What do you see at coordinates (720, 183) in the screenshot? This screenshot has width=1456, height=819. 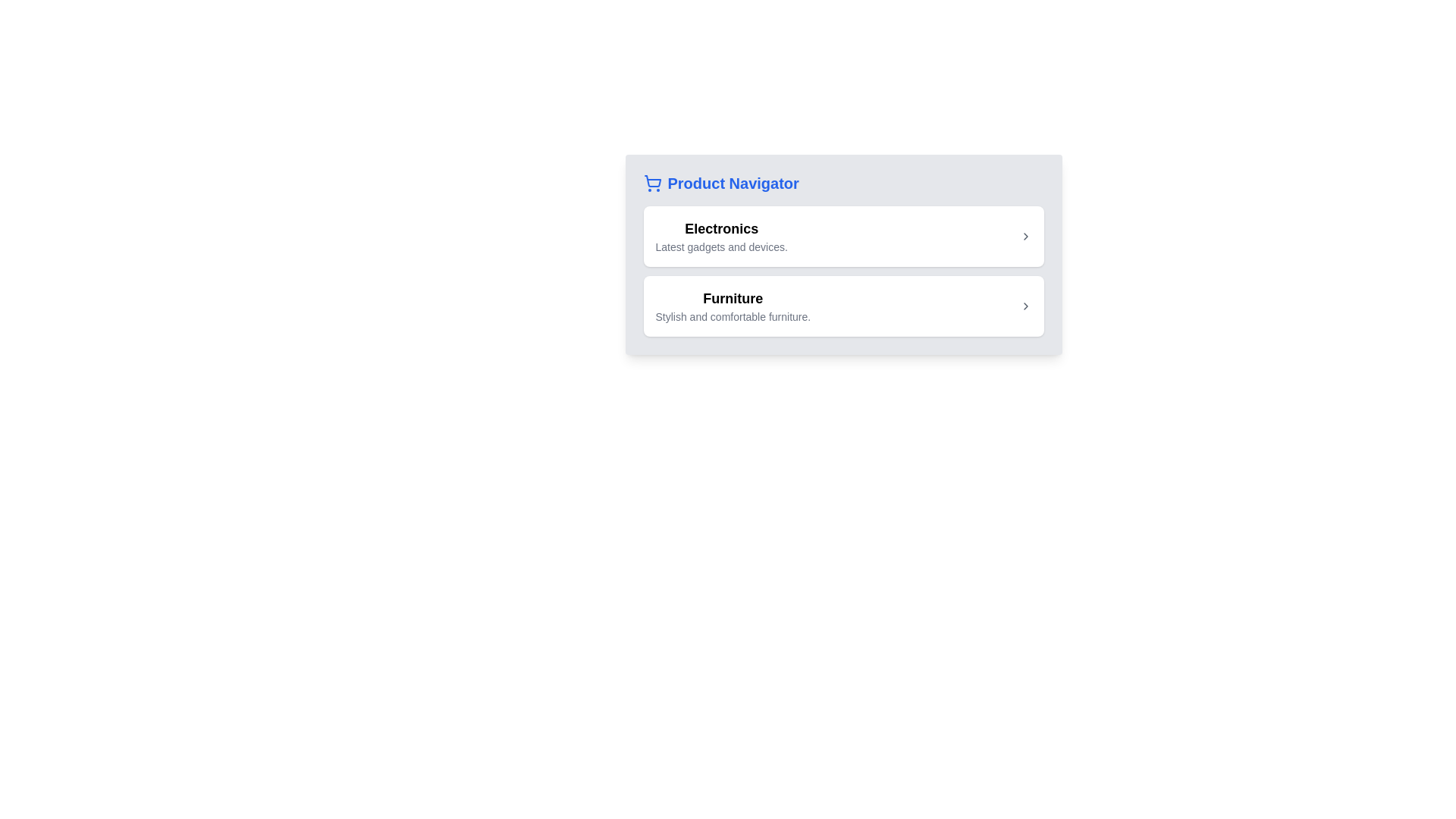 I see `the 'Product Navigator' text with a shopping cart icon` at bounding box center [720, 183].